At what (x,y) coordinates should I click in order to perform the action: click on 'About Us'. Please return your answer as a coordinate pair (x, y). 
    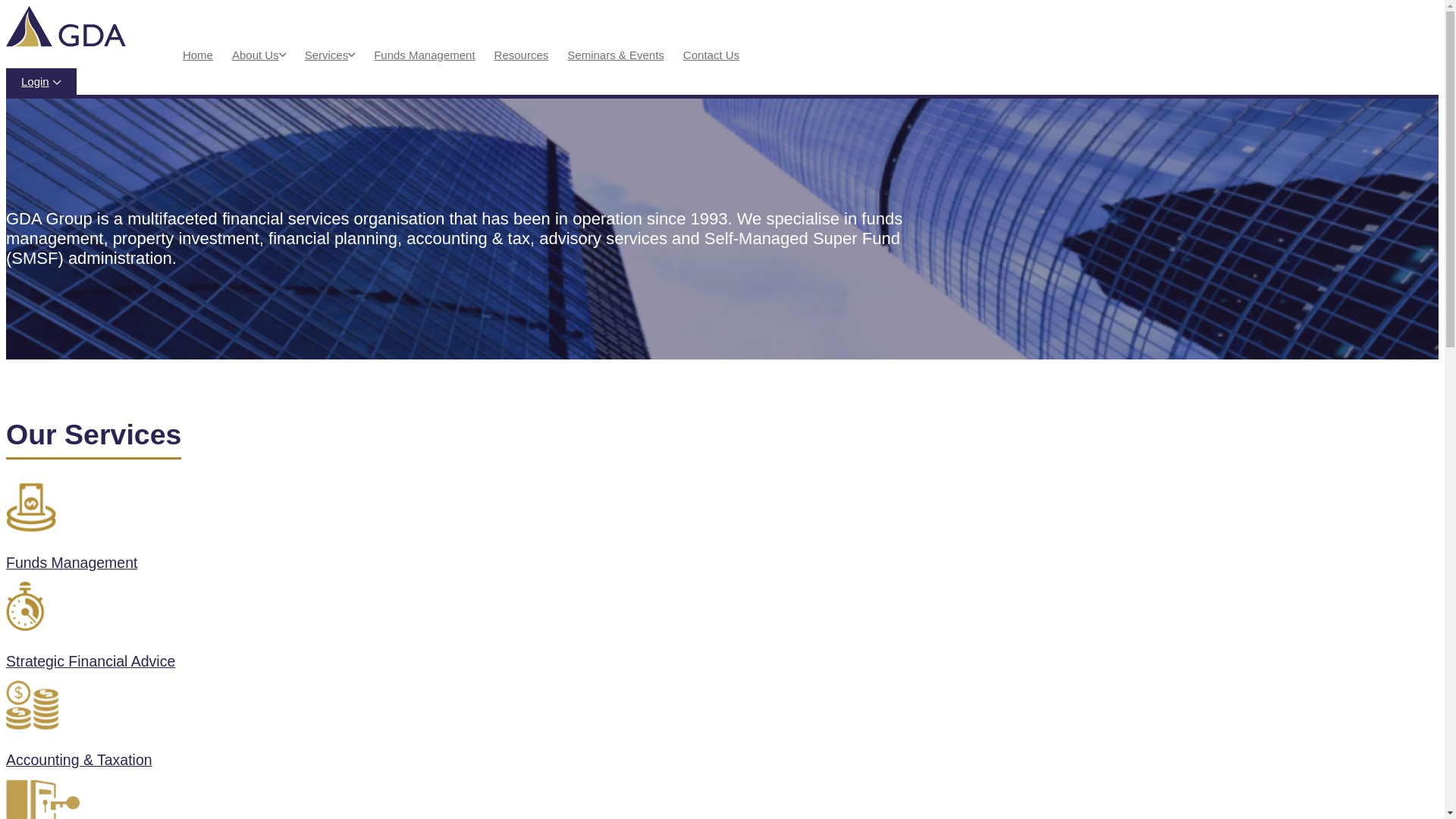
    Looking at the image, I should click on (255, 54).